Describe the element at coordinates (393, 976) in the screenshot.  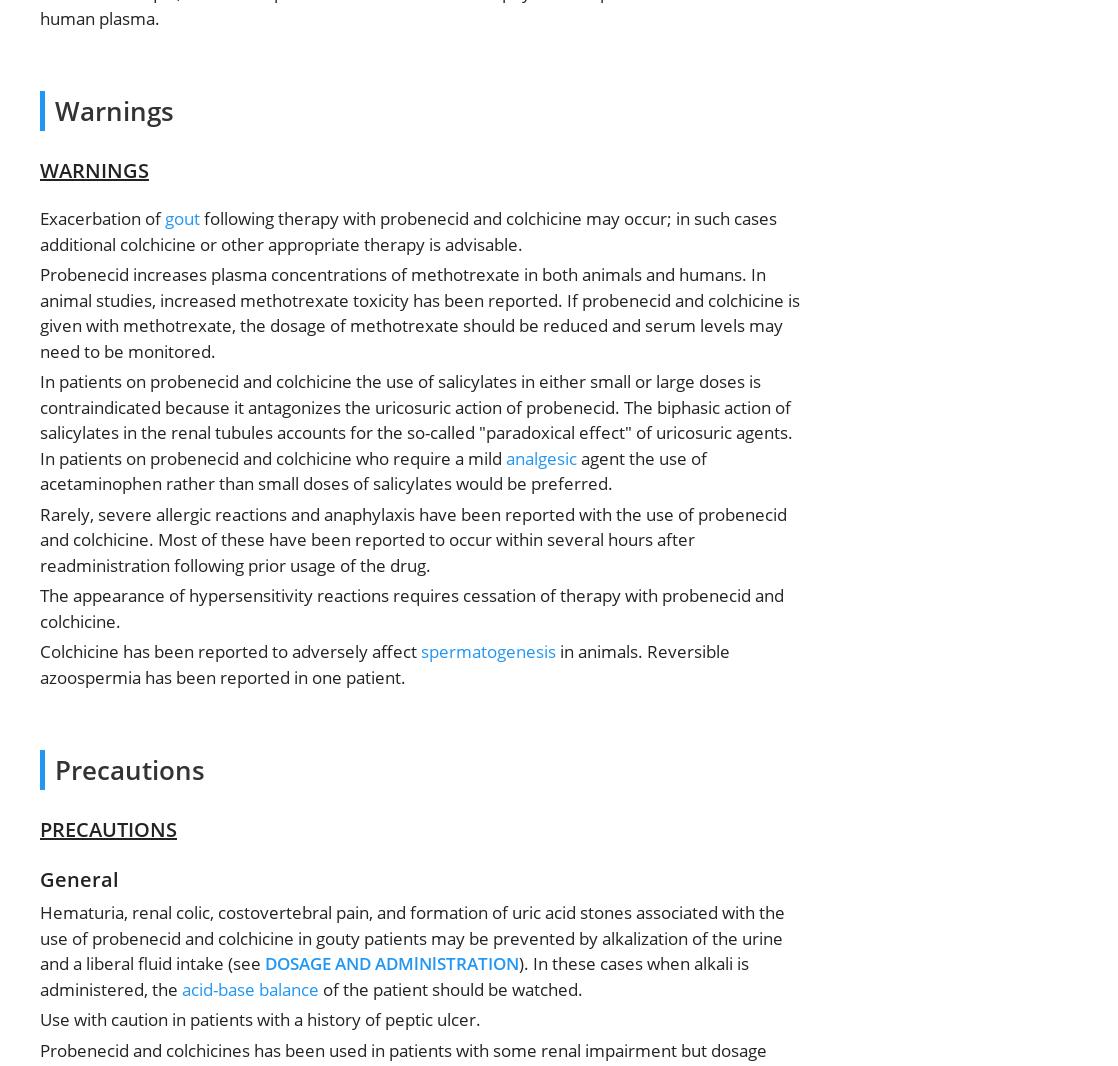
I see `'). In these cases when alkali is administered, the'` at that location.